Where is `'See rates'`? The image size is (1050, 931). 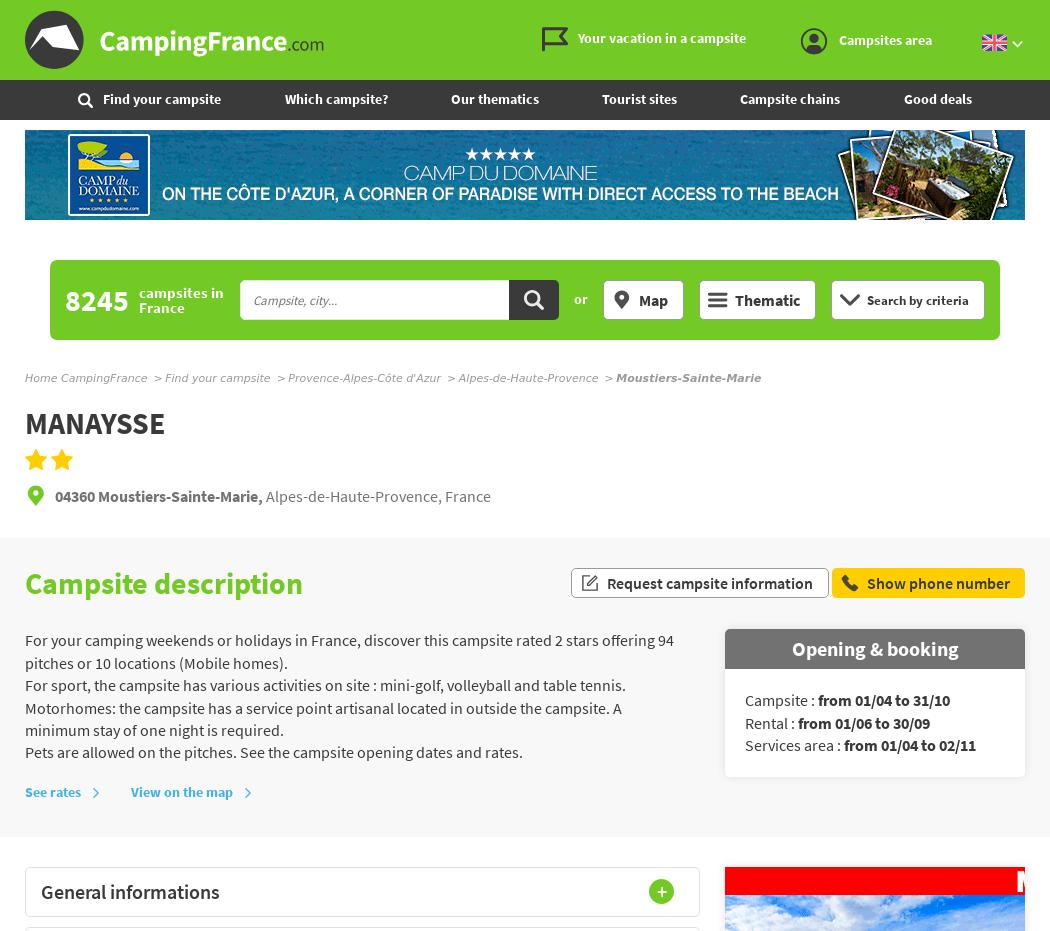 'See rates' is located at coordinates (24, 790).